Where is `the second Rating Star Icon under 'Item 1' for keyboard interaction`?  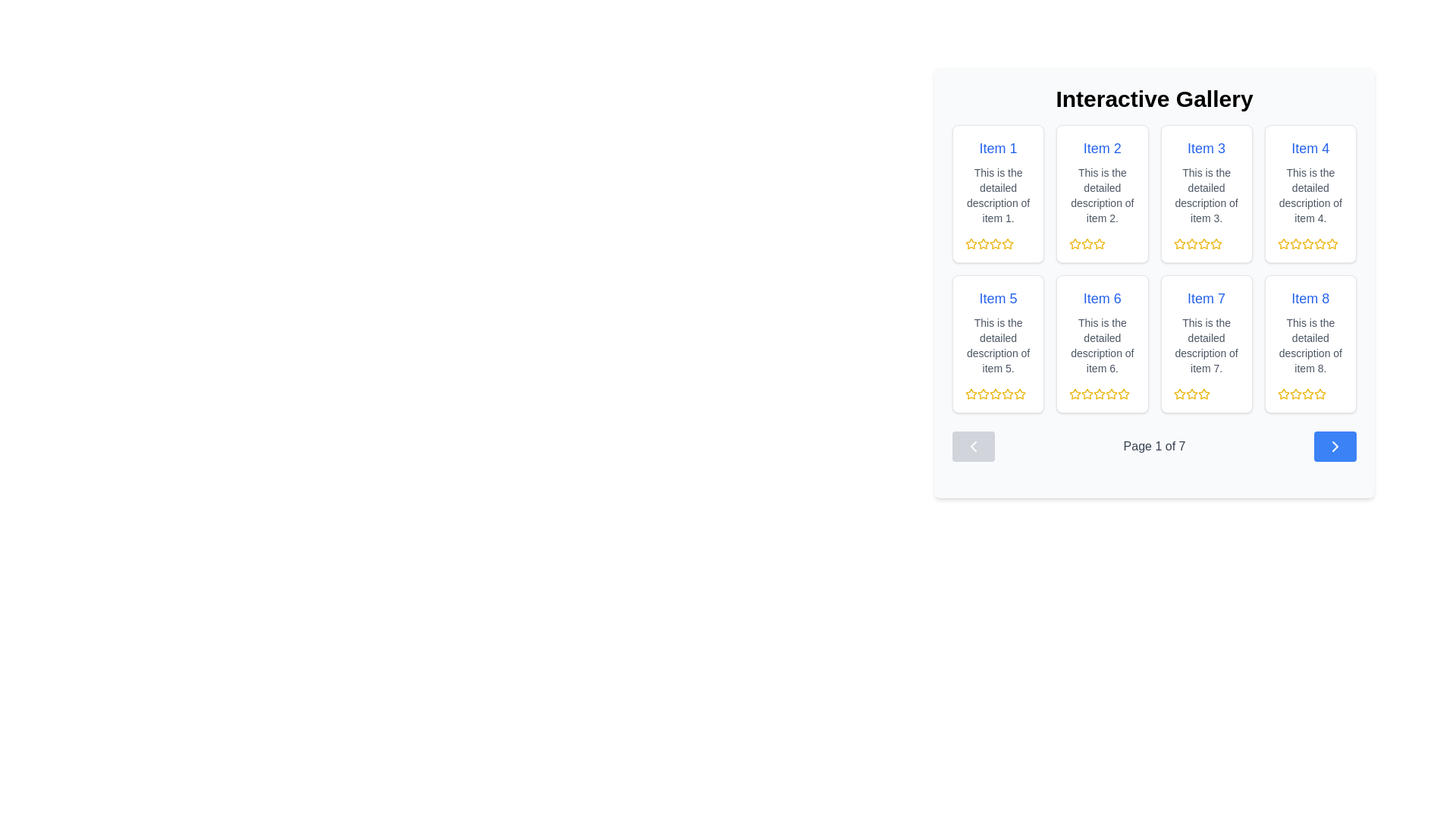 the second Rating Star Icon under 'Item 1' for keyboard interaction is located at coordinates (983, 243).